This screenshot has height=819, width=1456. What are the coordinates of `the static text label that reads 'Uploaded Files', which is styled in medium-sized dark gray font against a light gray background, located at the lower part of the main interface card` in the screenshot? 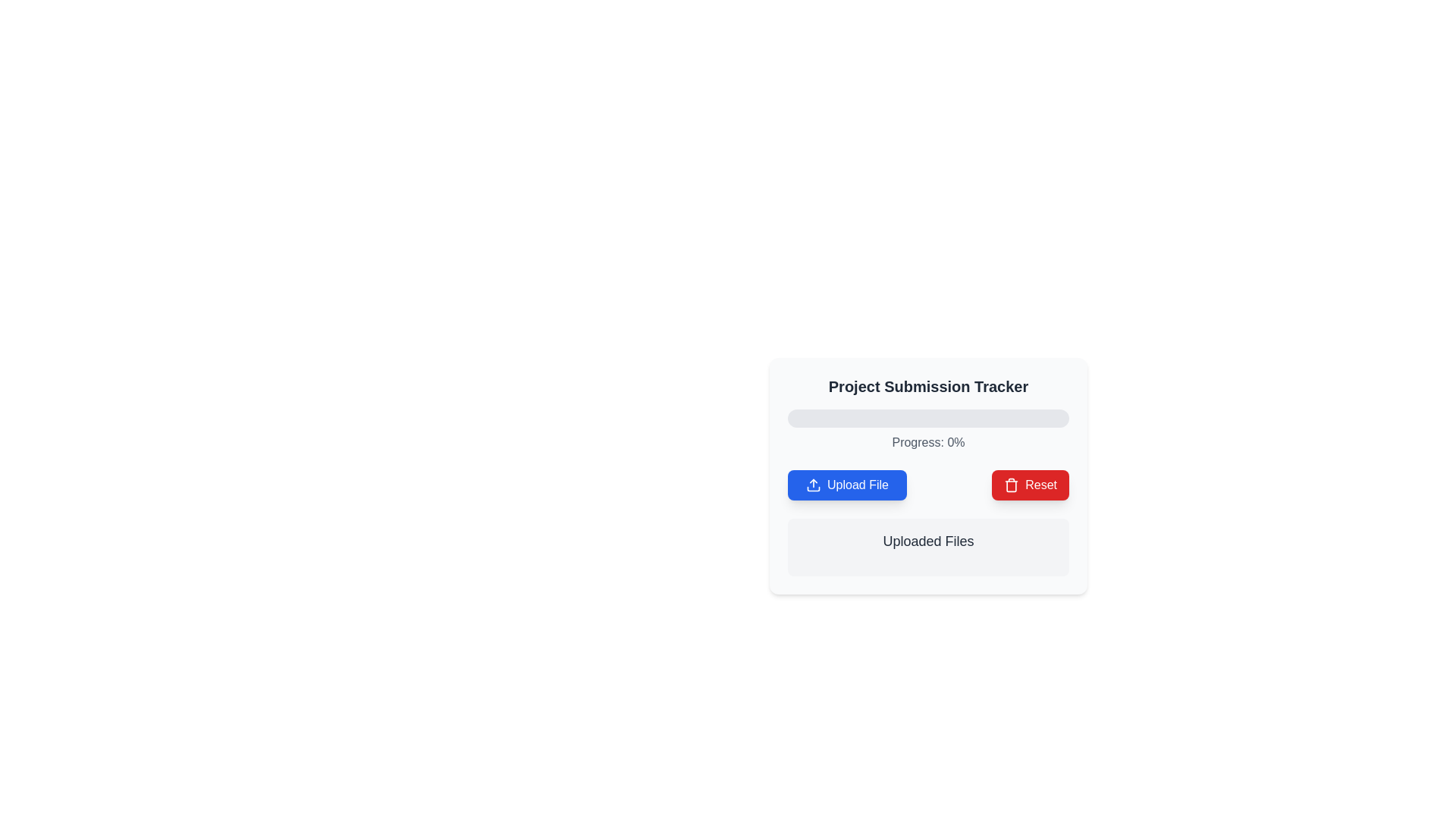 It's located at (927, 540).